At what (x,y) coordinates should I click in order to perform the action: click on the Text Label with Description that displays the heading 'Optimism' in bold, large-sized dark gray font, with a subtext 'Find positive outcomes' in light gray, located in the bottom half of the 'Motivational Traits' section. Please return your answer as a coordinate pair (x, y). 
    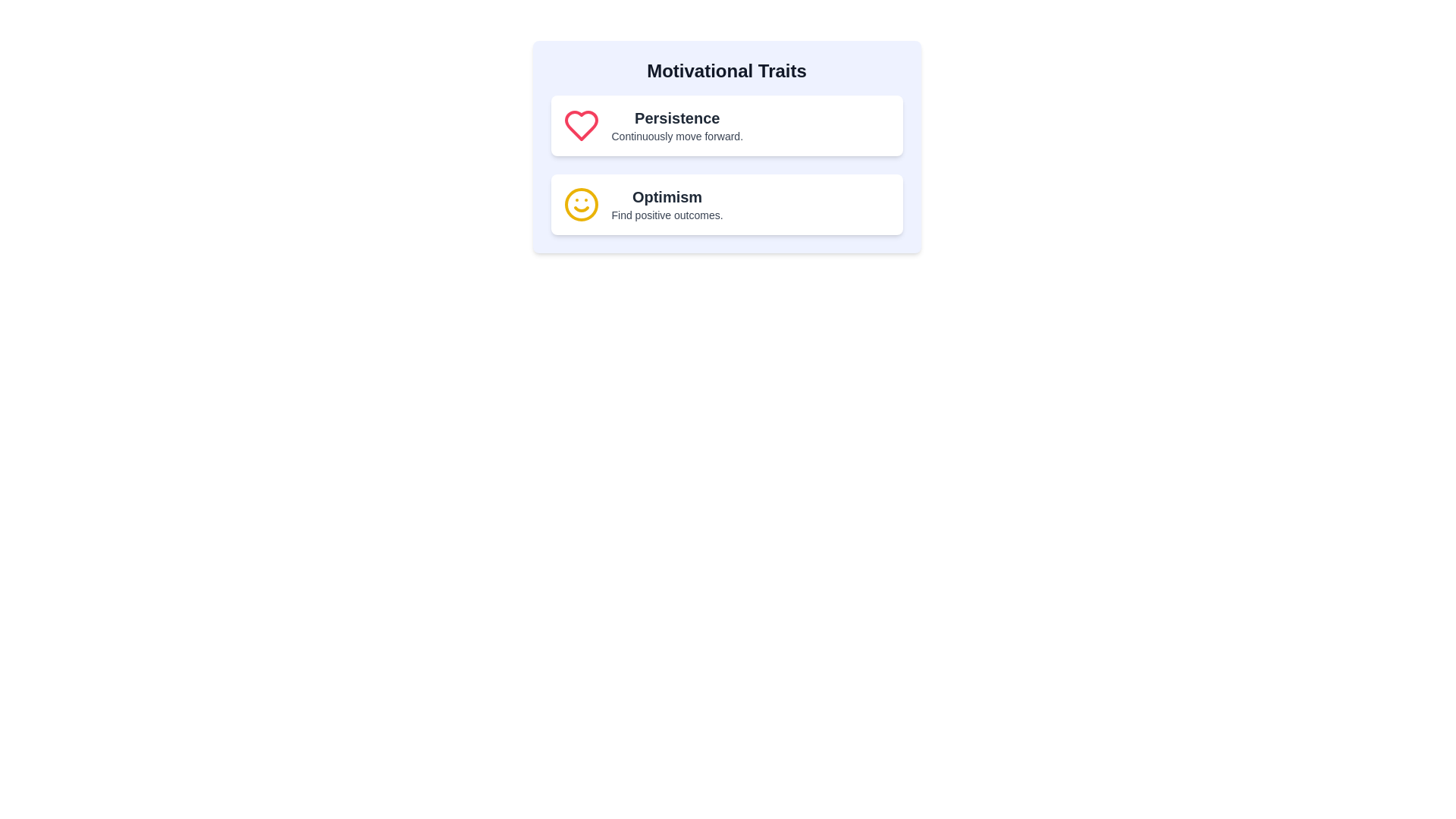
    Looking at the image, I should click on (667, 205).